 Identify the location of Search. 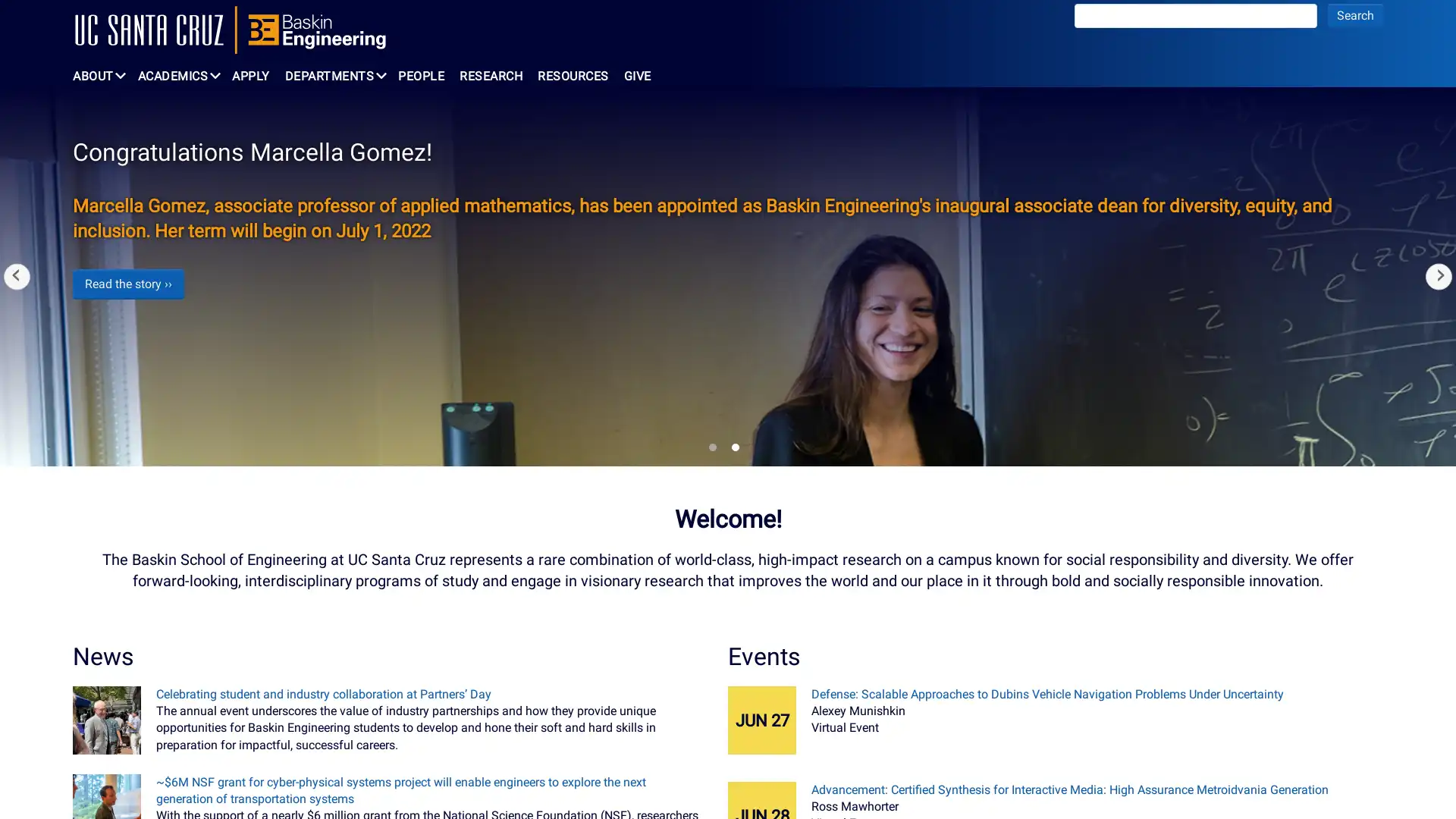
(1355, 15).